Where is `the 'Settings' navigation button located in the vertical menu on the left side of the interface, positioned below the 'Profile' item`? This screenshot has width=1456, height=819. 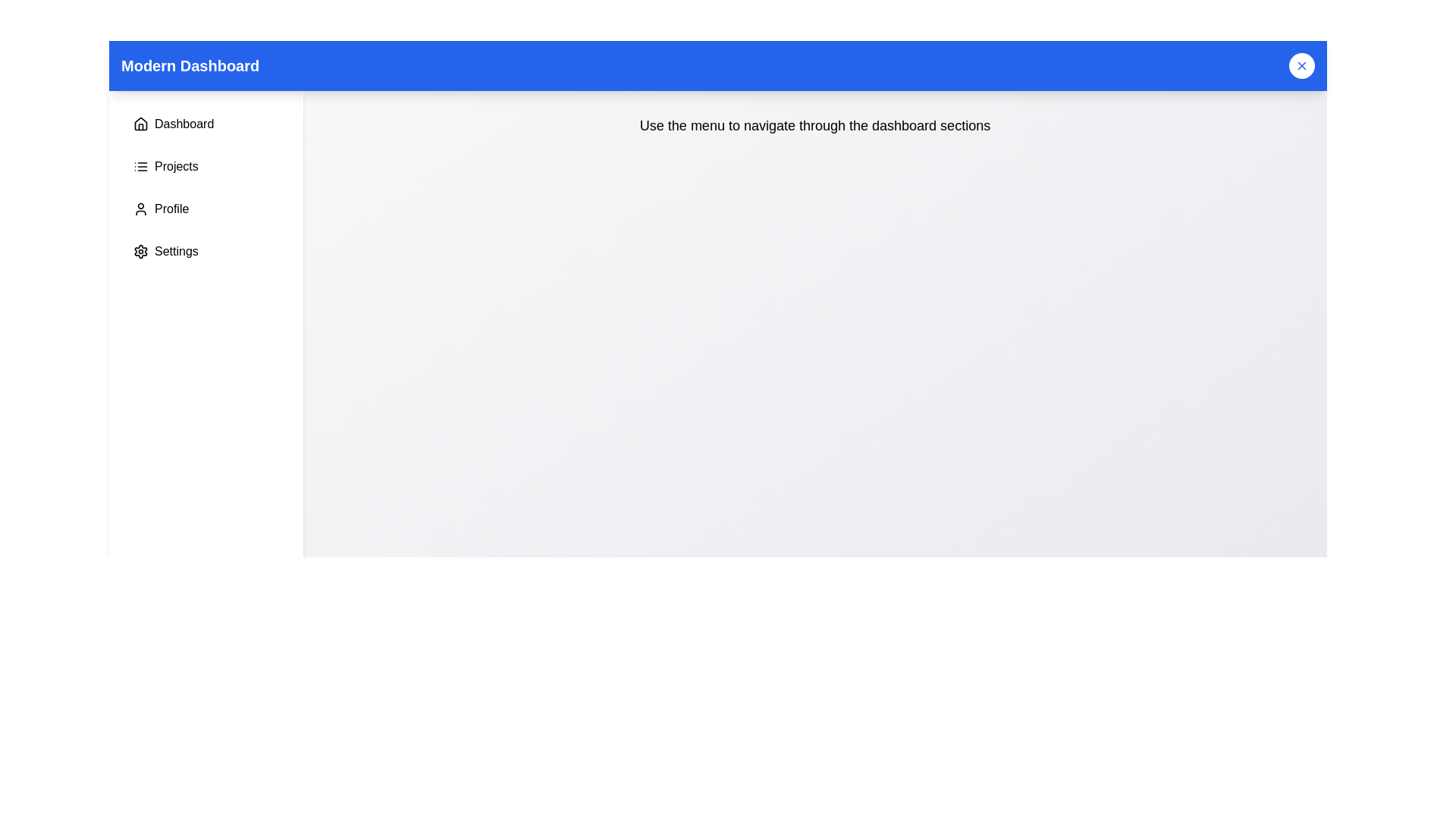 the 'Settings' navigation button located in the vertical menu on the left side of the interface, positioned below the 'Profile' item is located at coordinates (206, 250).